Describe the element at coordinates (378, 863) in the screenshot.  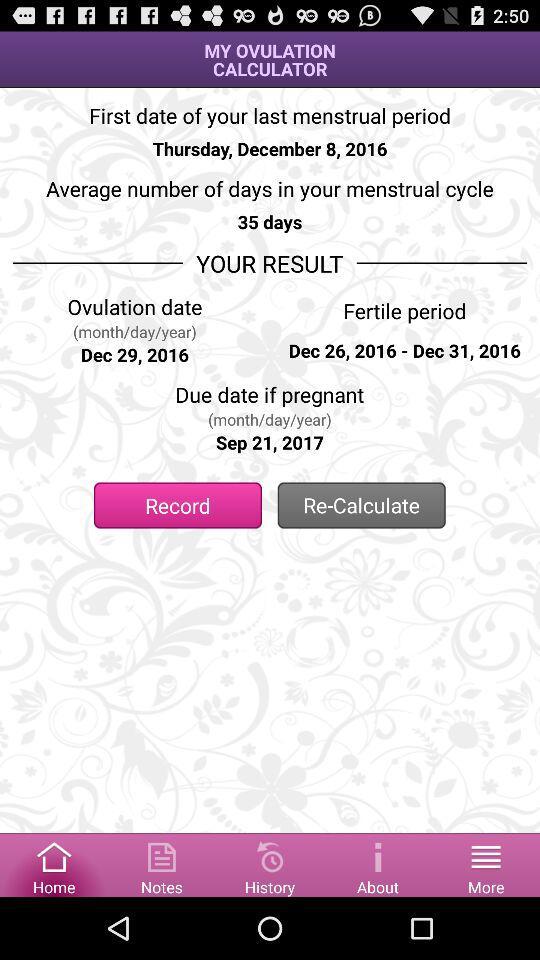
I see `open the 'about screen` at that location.